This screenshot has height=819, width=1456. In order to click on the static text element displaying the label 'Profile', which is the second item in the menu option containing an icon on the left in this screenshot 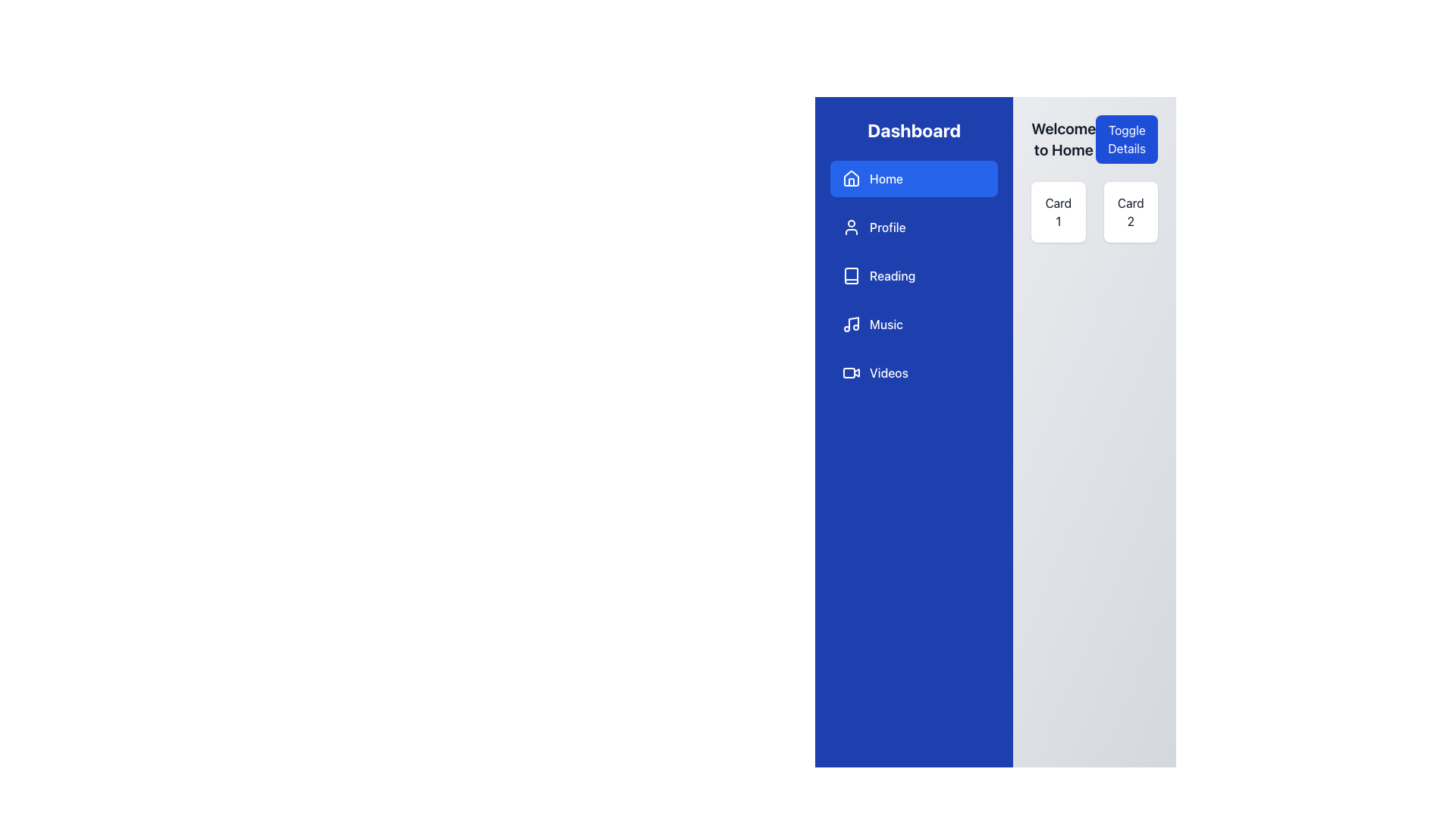, I will do `click(887, 227)`.